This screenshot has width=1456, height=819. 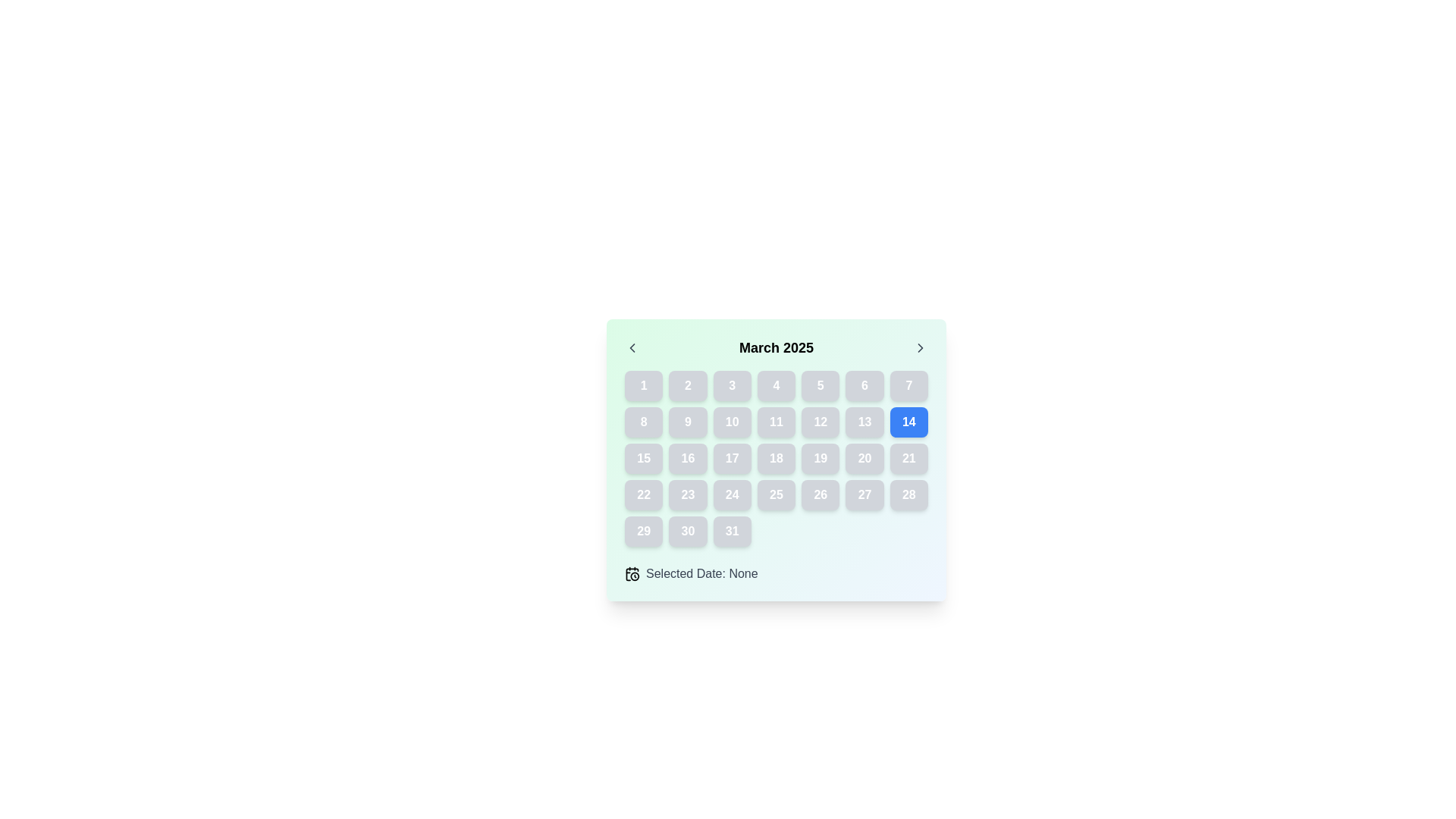 I want to click on the button that allows the user to select the 6th day of the displayed month, located in the first row, sixth column of the grid, so click(x=864, y=385).